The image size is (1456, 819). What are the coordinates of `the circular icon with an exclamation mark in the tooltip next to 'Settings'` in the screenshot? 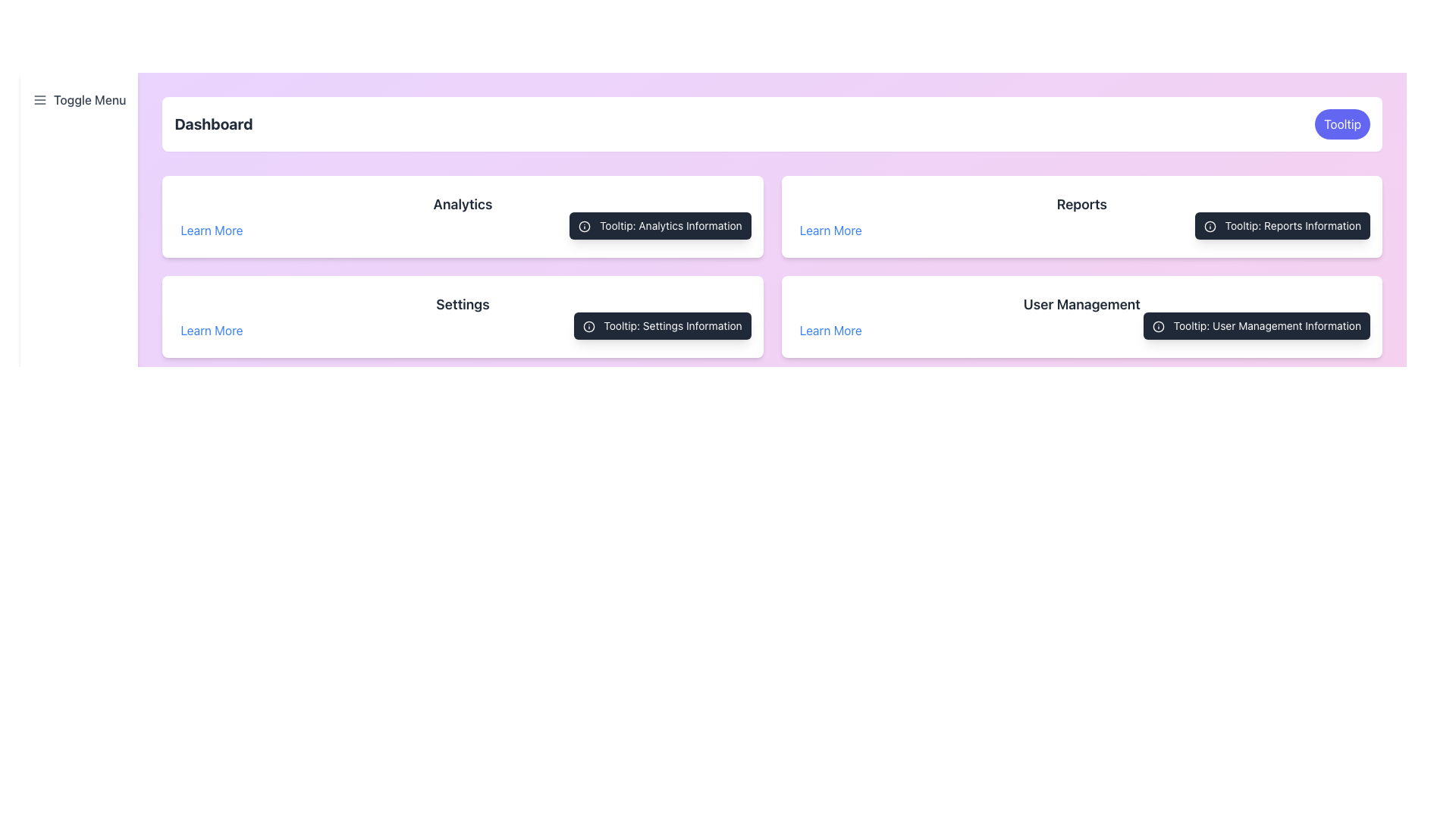 It's located at (588, 326).